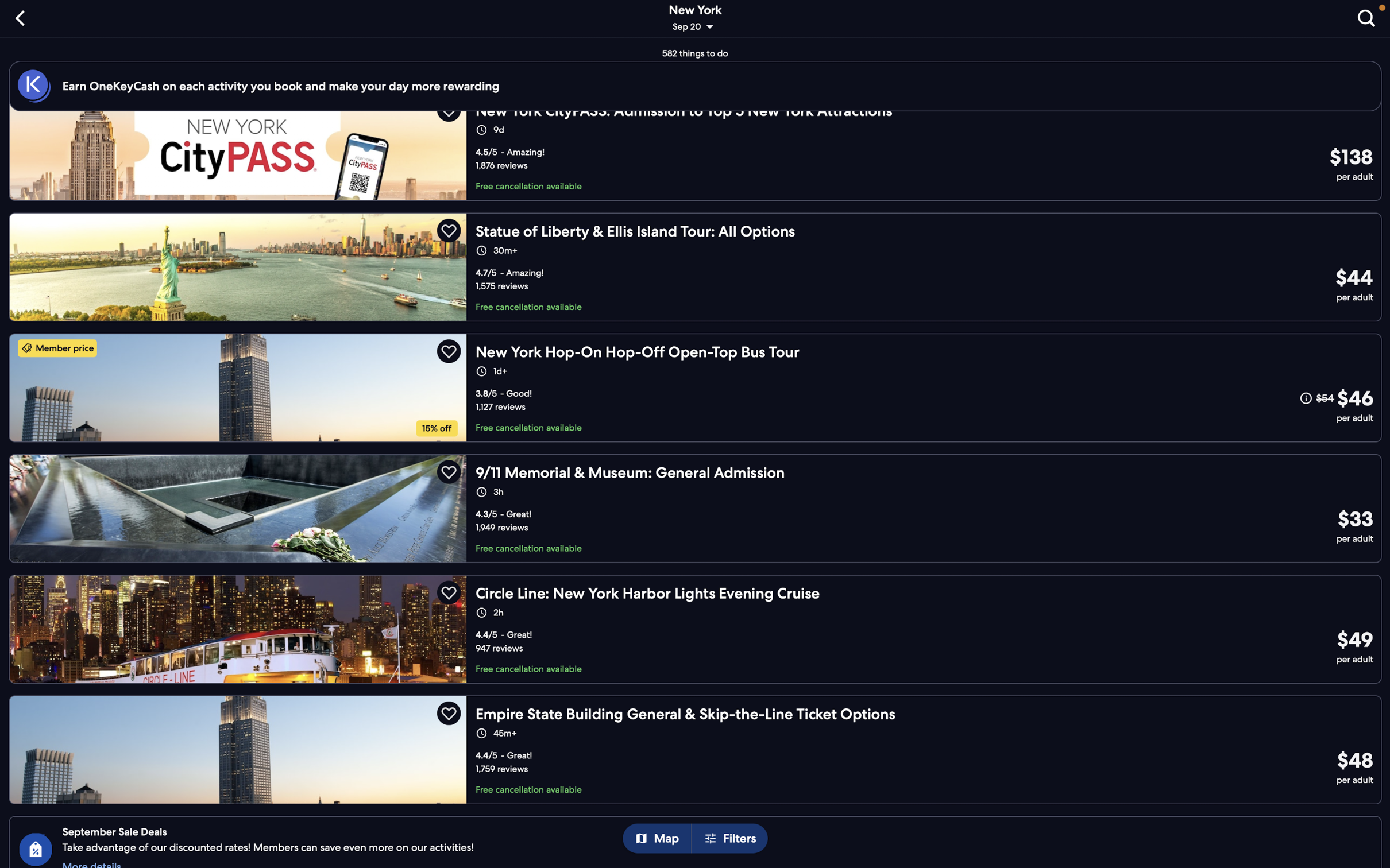 The image size is (1390, 868). What do you see at coordinates (699, 625) in the screenshot?
I see `the circle line tour for viewing New York harbour lights` at bounding box center [699, 625].